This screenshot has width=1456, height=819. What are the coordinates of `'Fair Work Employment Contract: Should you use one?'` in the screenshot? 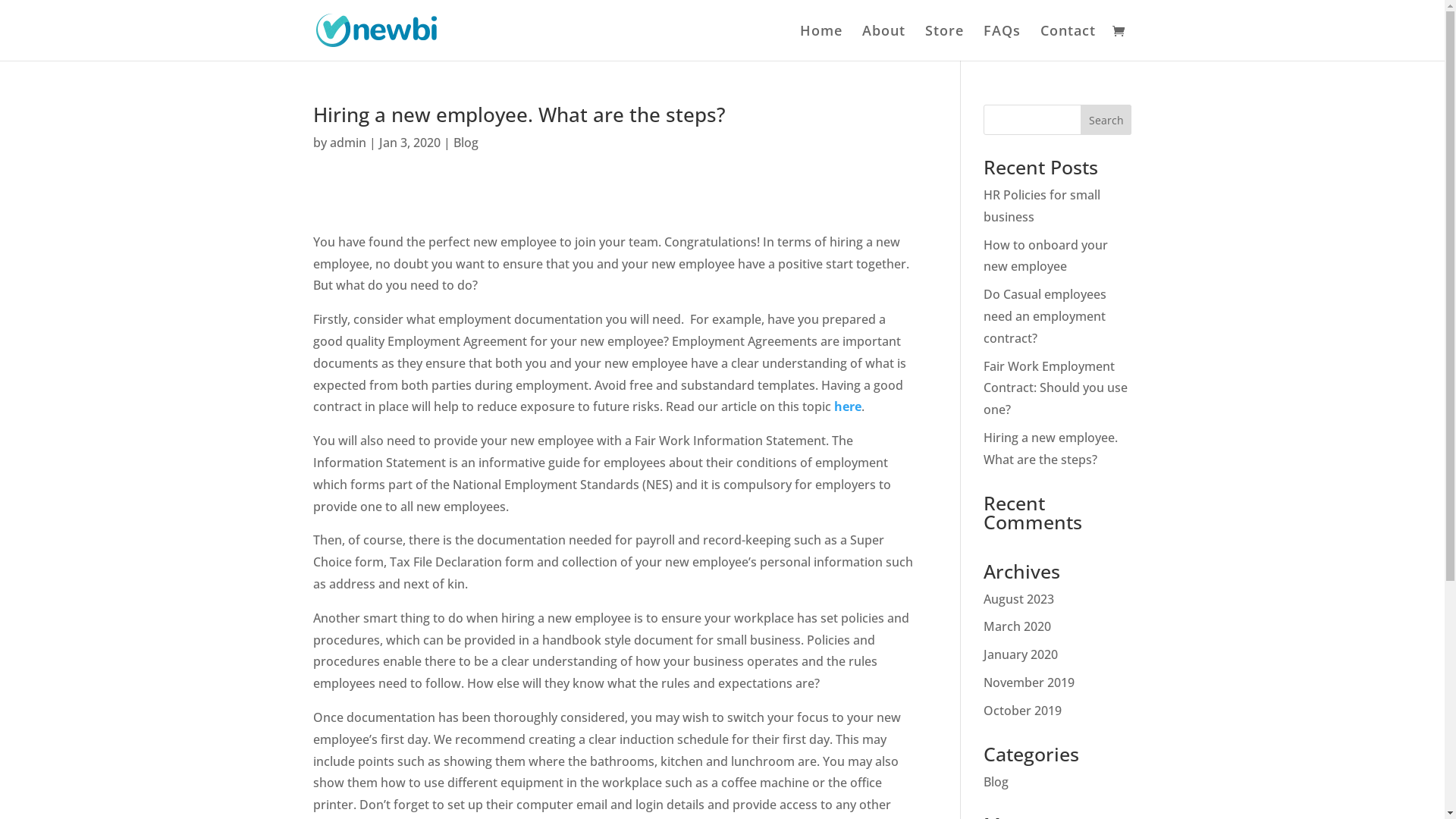 It's located at (1055, 388).